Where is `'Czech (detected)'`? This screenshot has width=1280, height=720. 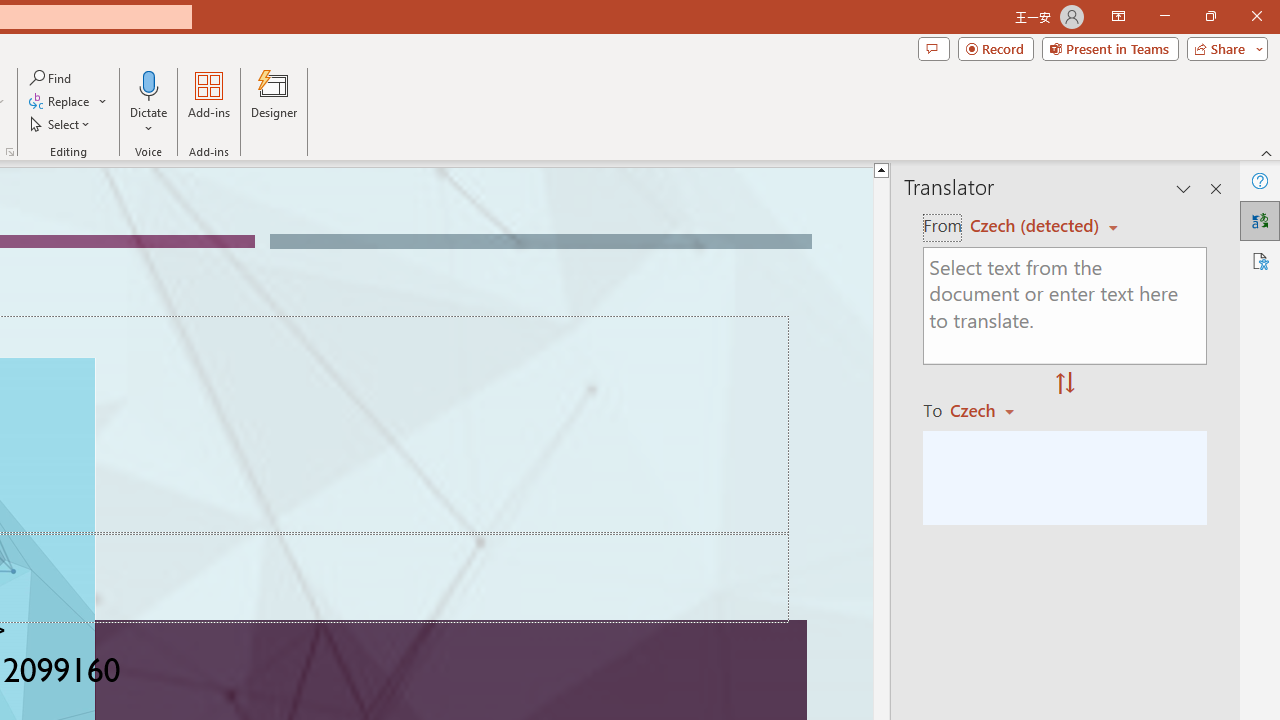 'Czech (detected)' is located at coordinates (1037, 225).